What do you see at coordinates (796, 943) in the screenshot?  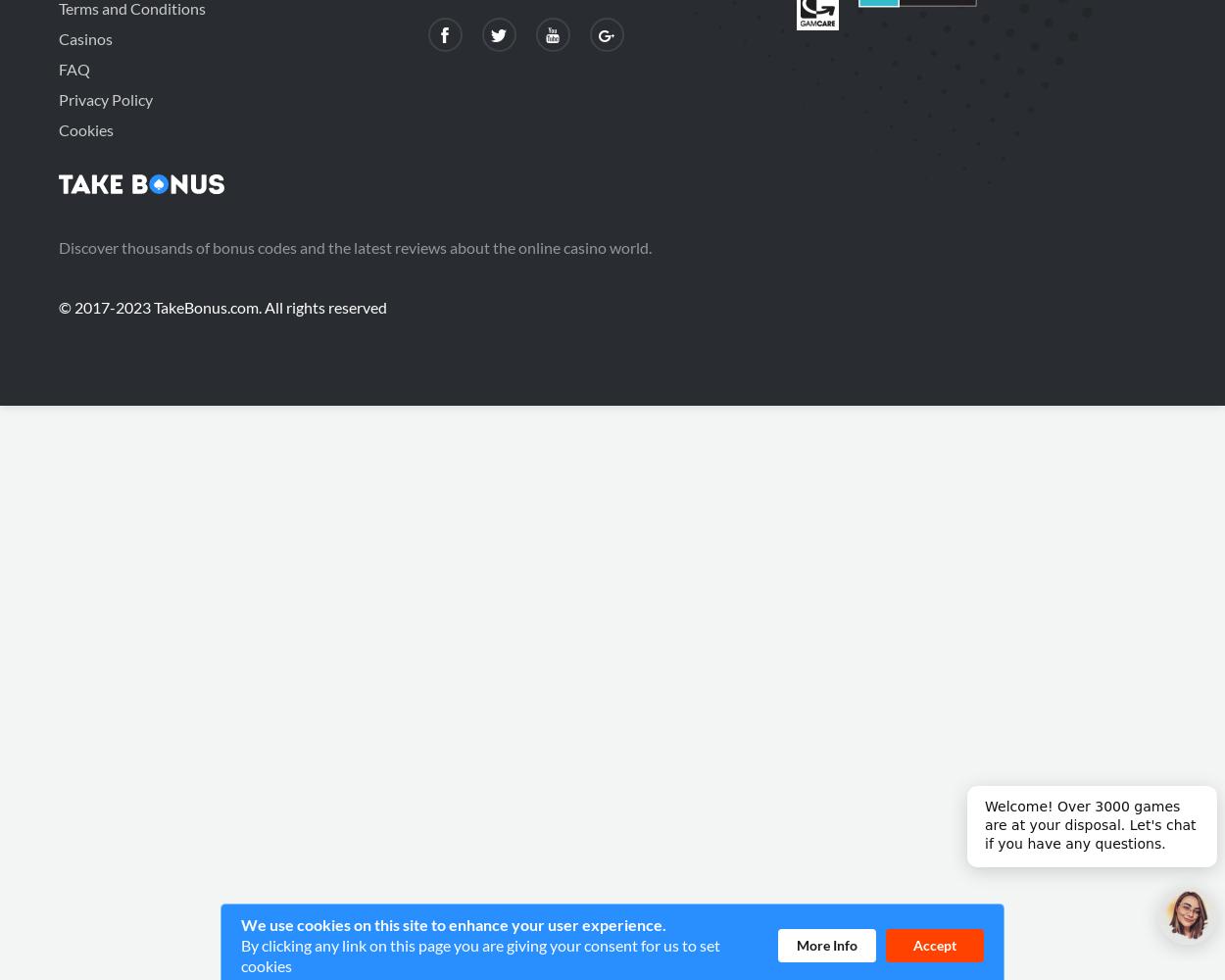 I see `'More Info'` at bounding box center [796, 943].